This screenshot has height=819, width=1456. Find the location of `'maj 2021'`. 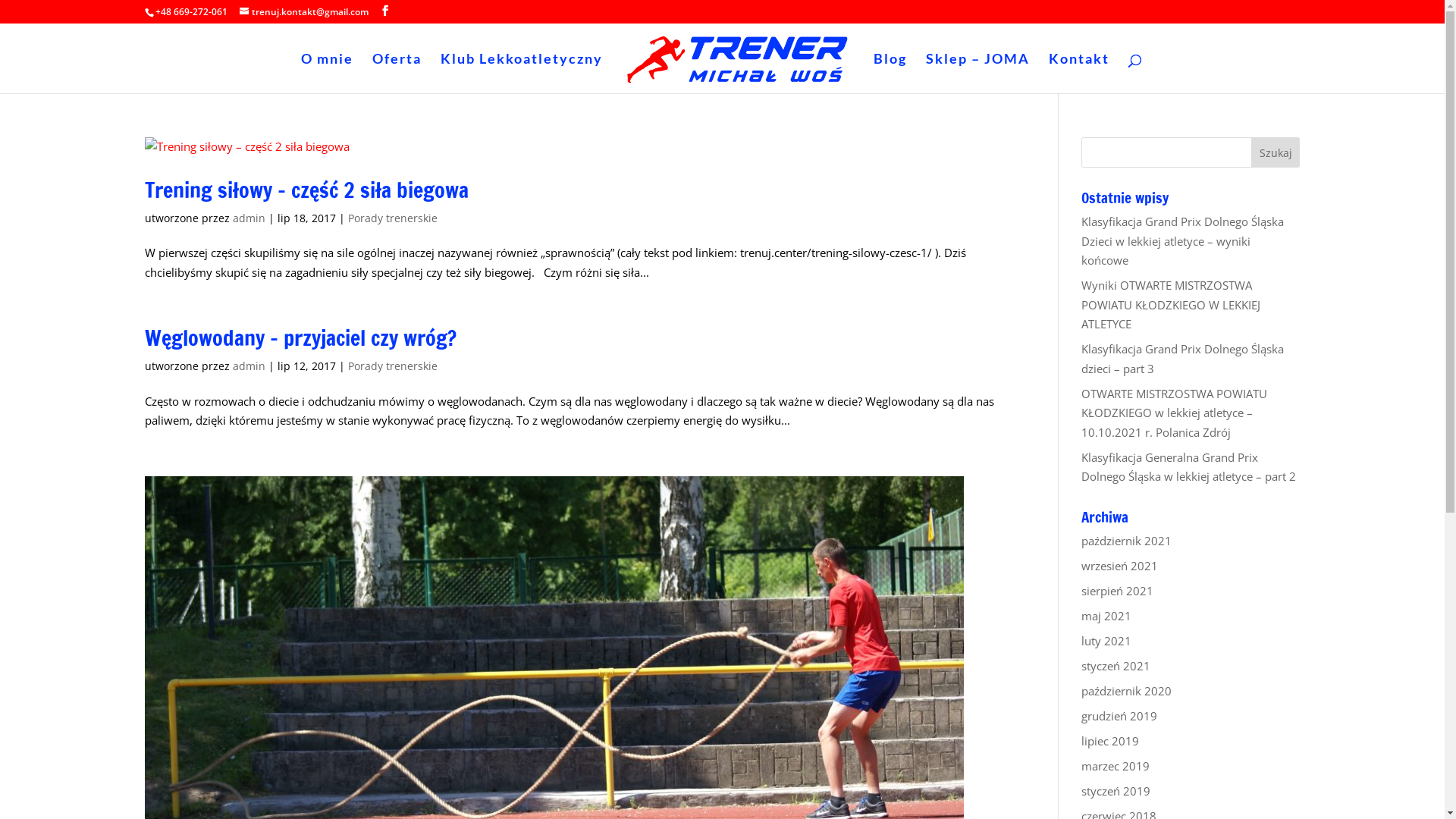

'maj 2021' is located at coordinates (1080, 616).